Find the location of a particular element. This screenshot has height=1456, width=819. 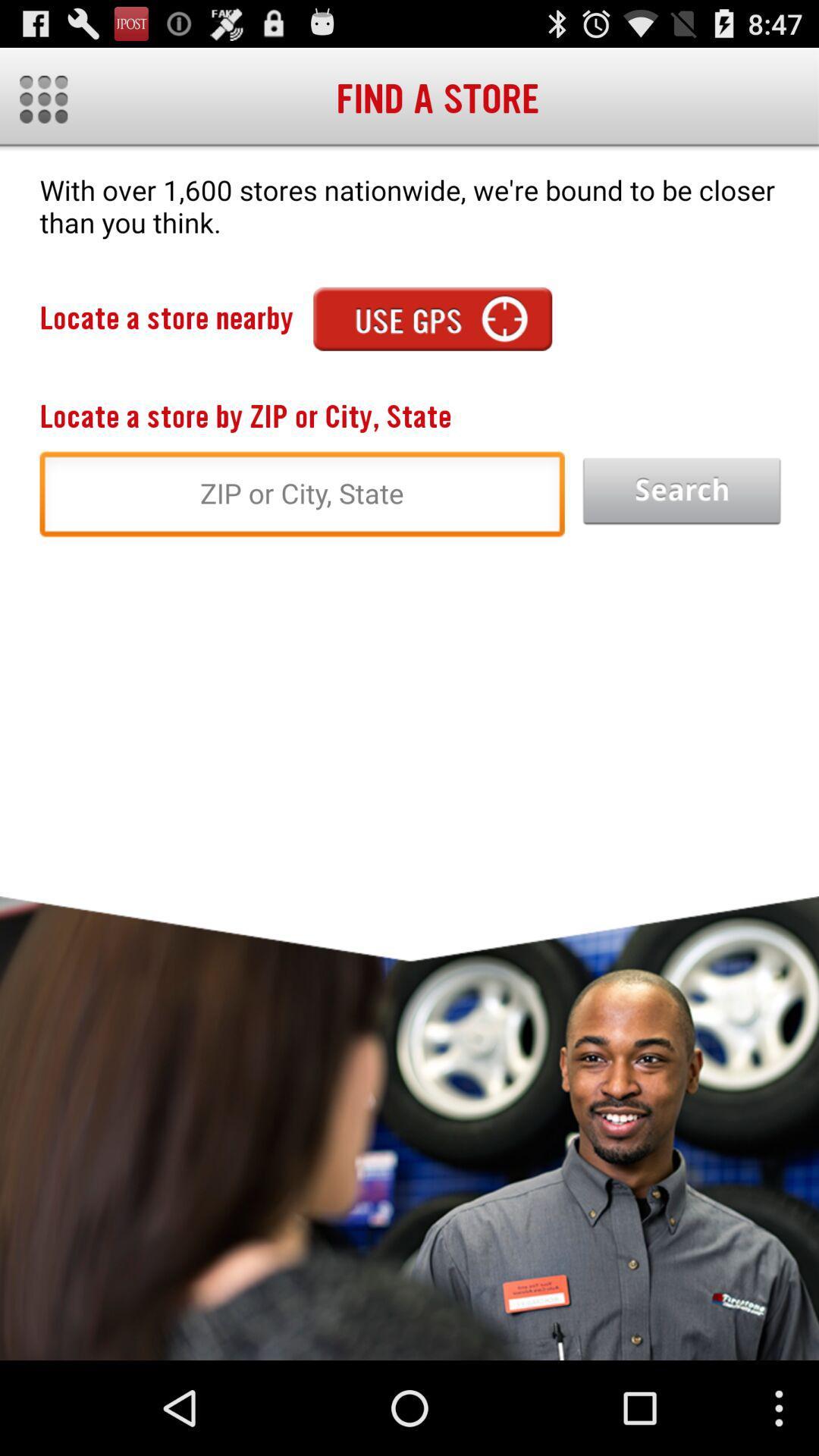

app above with over 1 is located at coordinates (42, 99).